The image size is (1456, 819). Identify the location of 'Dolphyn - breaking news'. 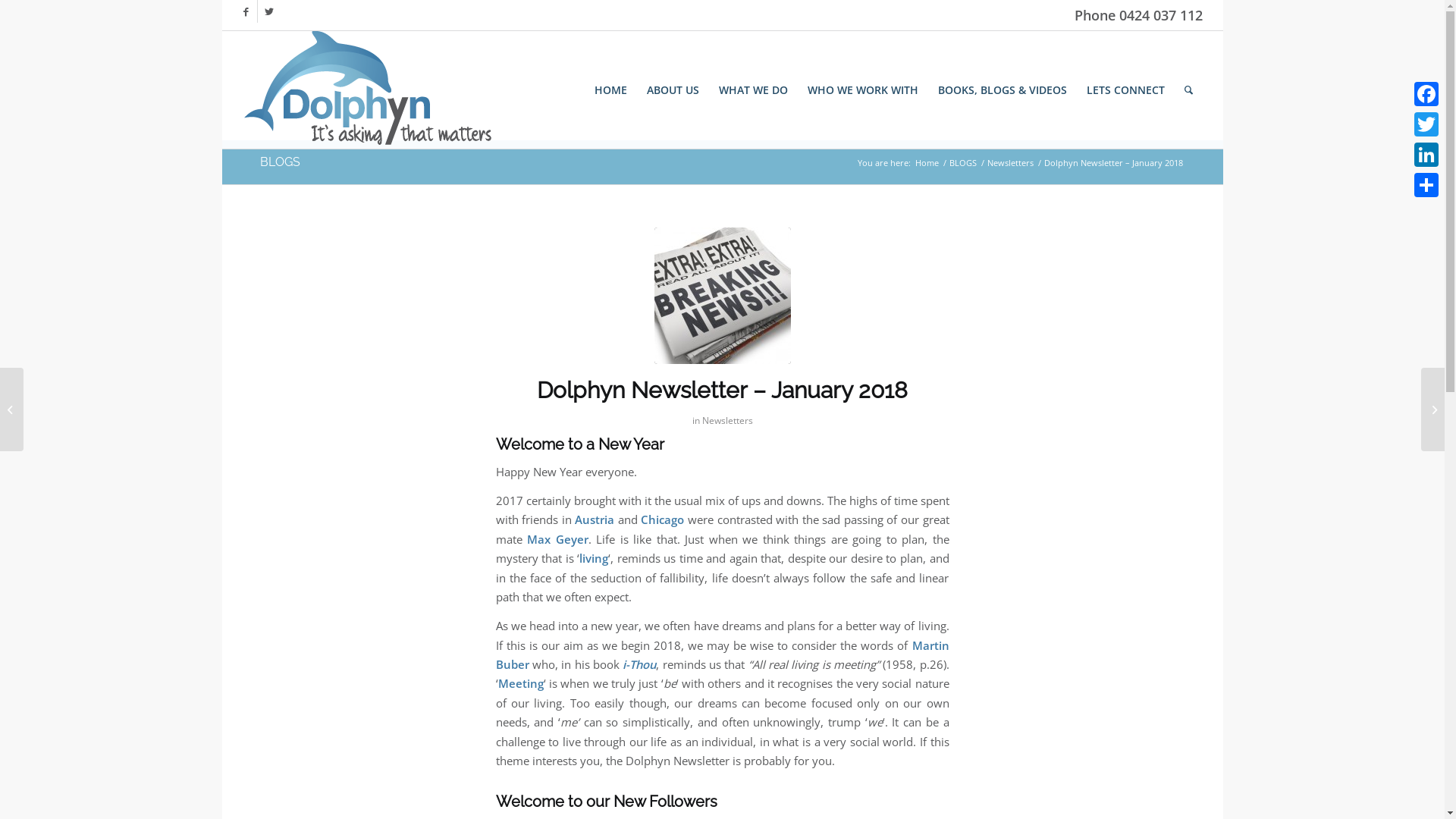
(720, 295).